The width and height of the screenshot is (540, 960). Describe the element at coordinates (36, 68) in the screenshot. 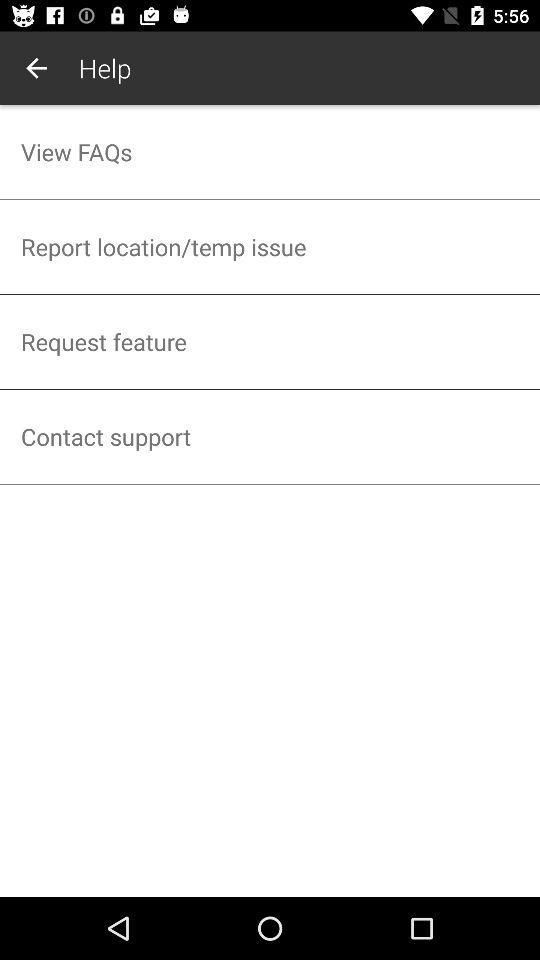

I see `app to the left of help icon` at that location.